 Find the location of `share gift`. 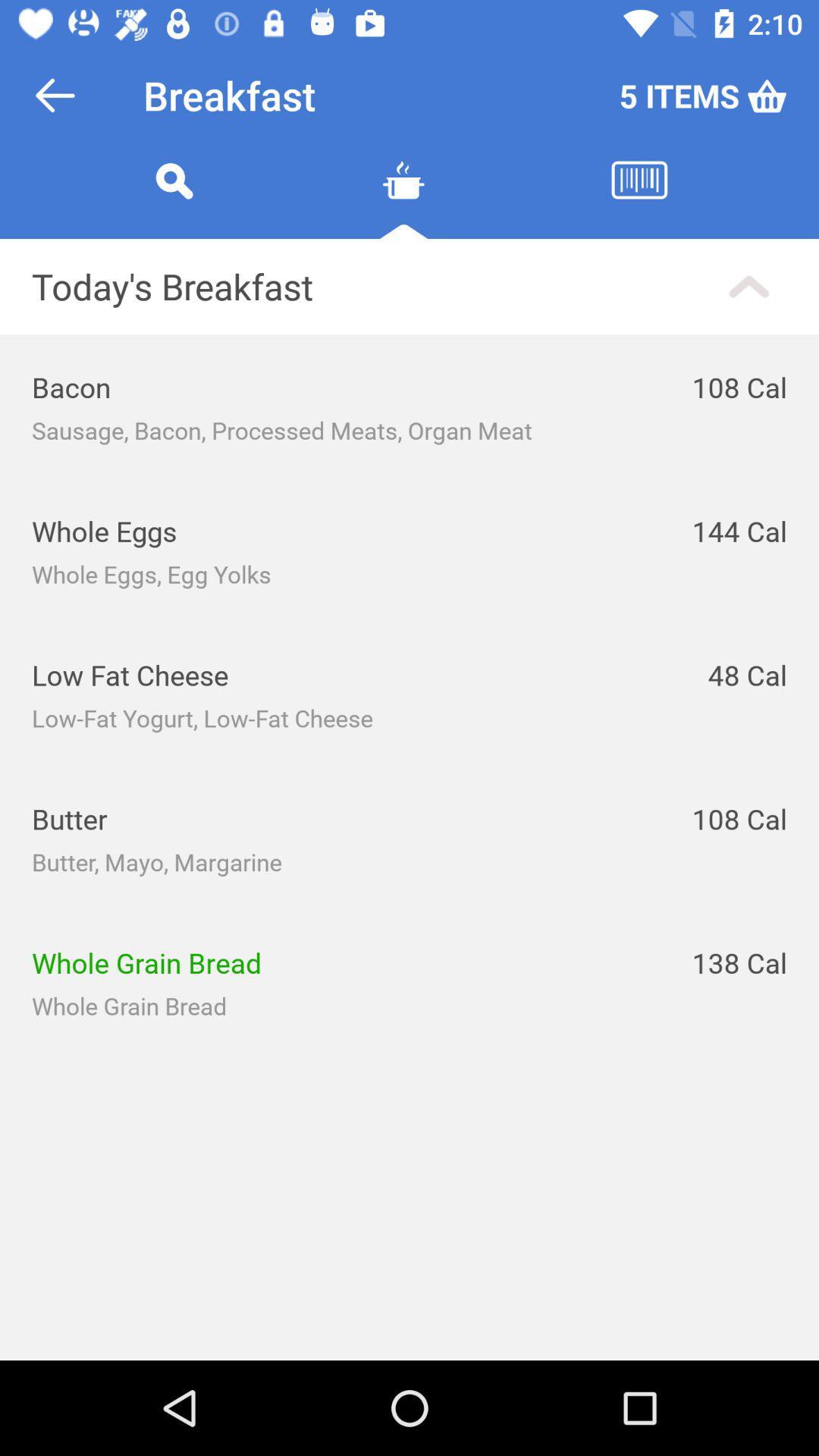

share gift is located at coordinates (403, 198).